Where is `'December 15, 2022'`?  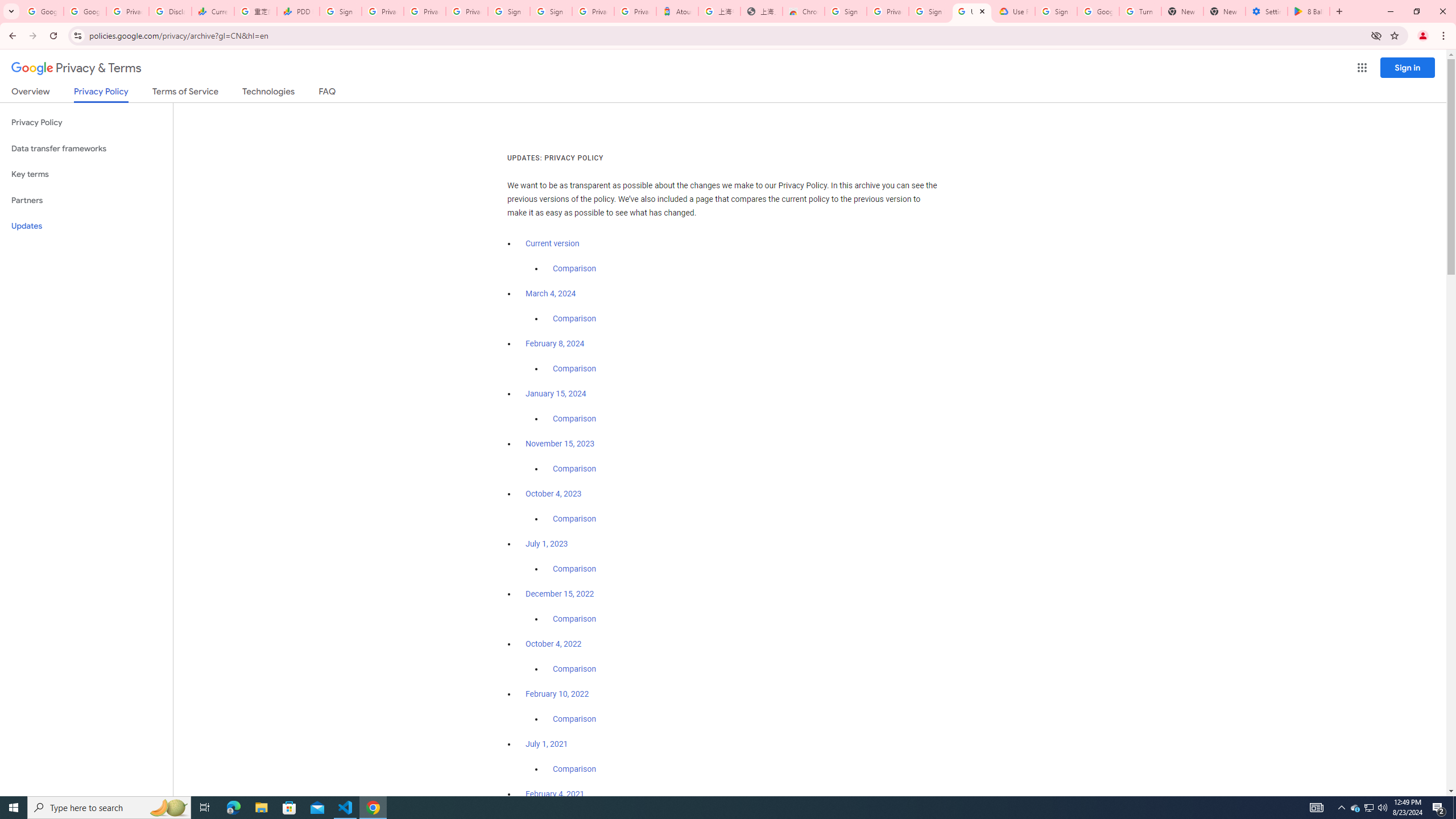 'December 15, 2022' is located at coordinates (559, 593).